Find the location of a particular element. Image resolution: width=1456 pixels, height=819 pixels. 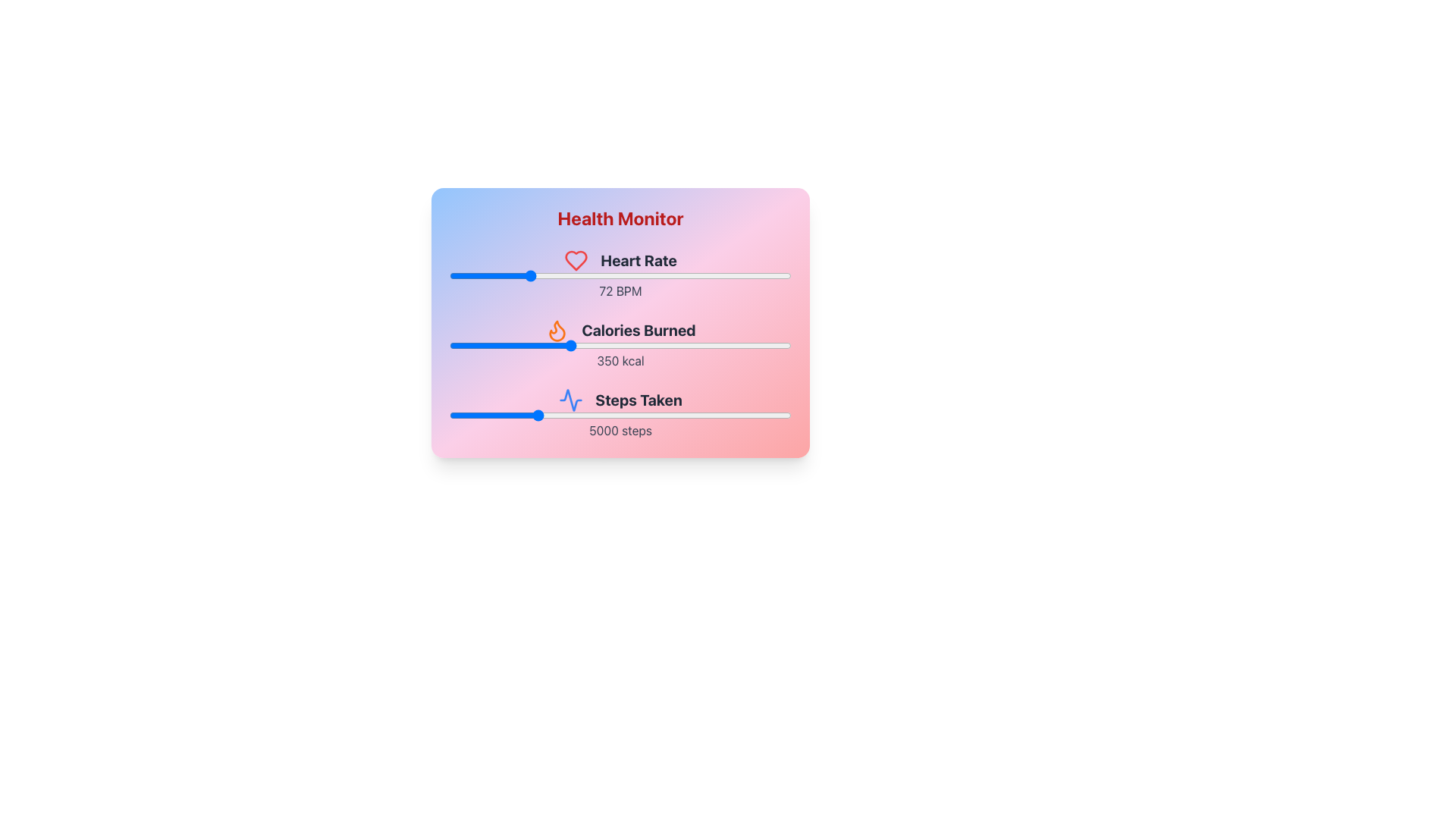

heart rate is located at coordinates (678, 275).